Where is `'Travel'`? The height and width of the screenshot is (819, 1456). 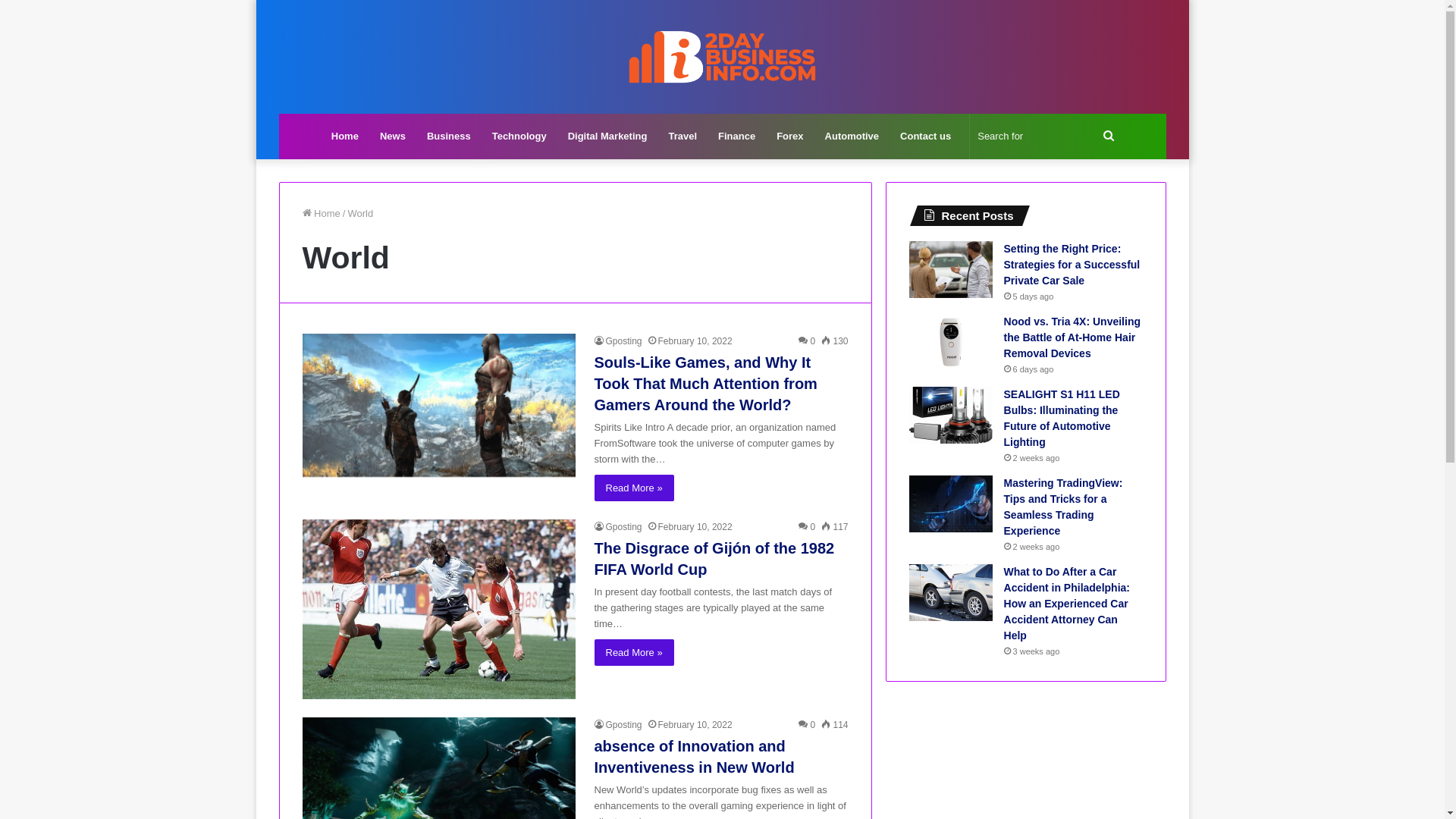
'Travel' is located at coordinates (657, 136).